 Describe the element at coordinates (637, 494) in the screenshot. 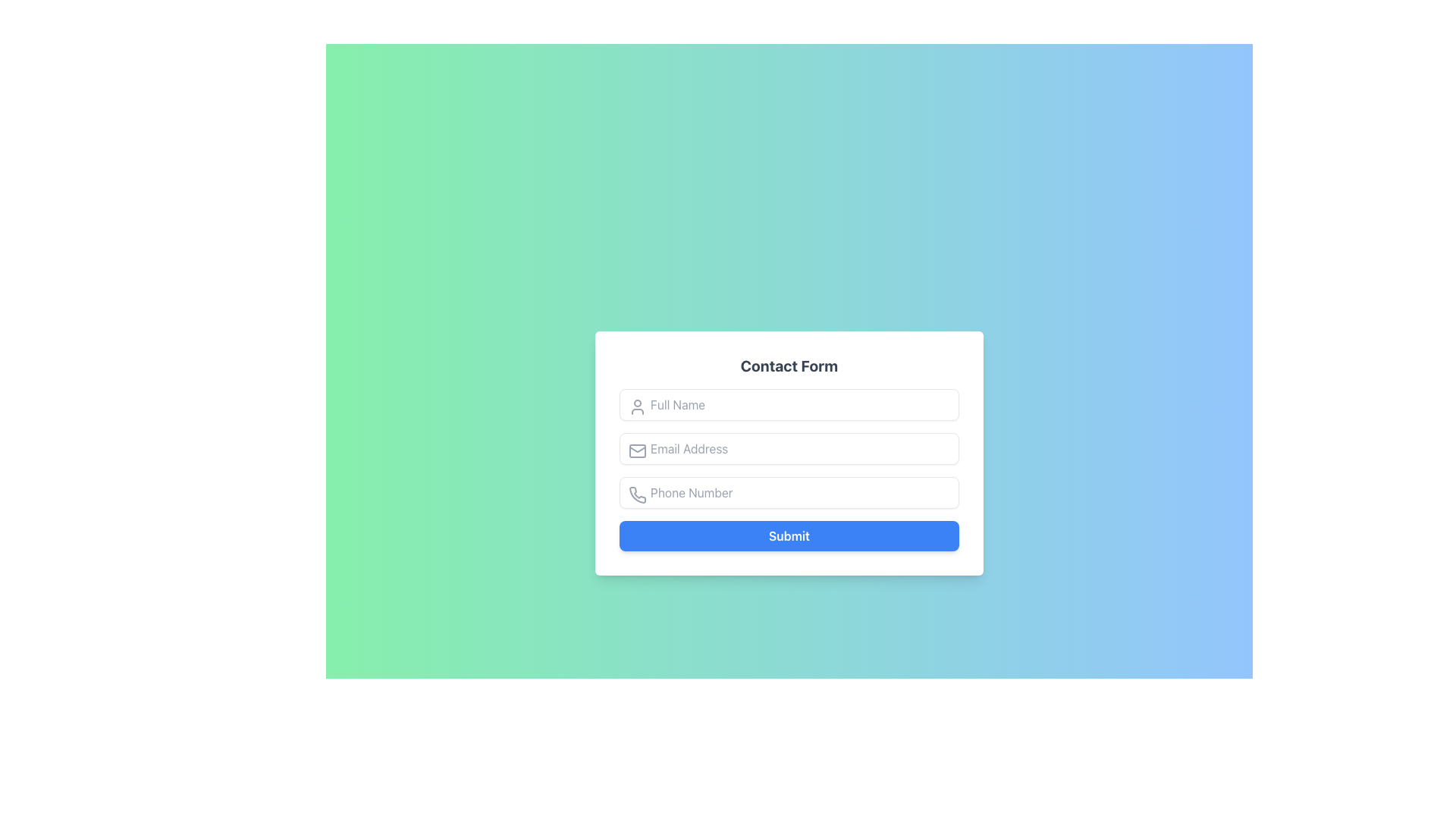

I see `the phone number input field icon, which visually indicates that the input is intended for phone numbers, located inside the padding area on the left side of the input box` at that location.